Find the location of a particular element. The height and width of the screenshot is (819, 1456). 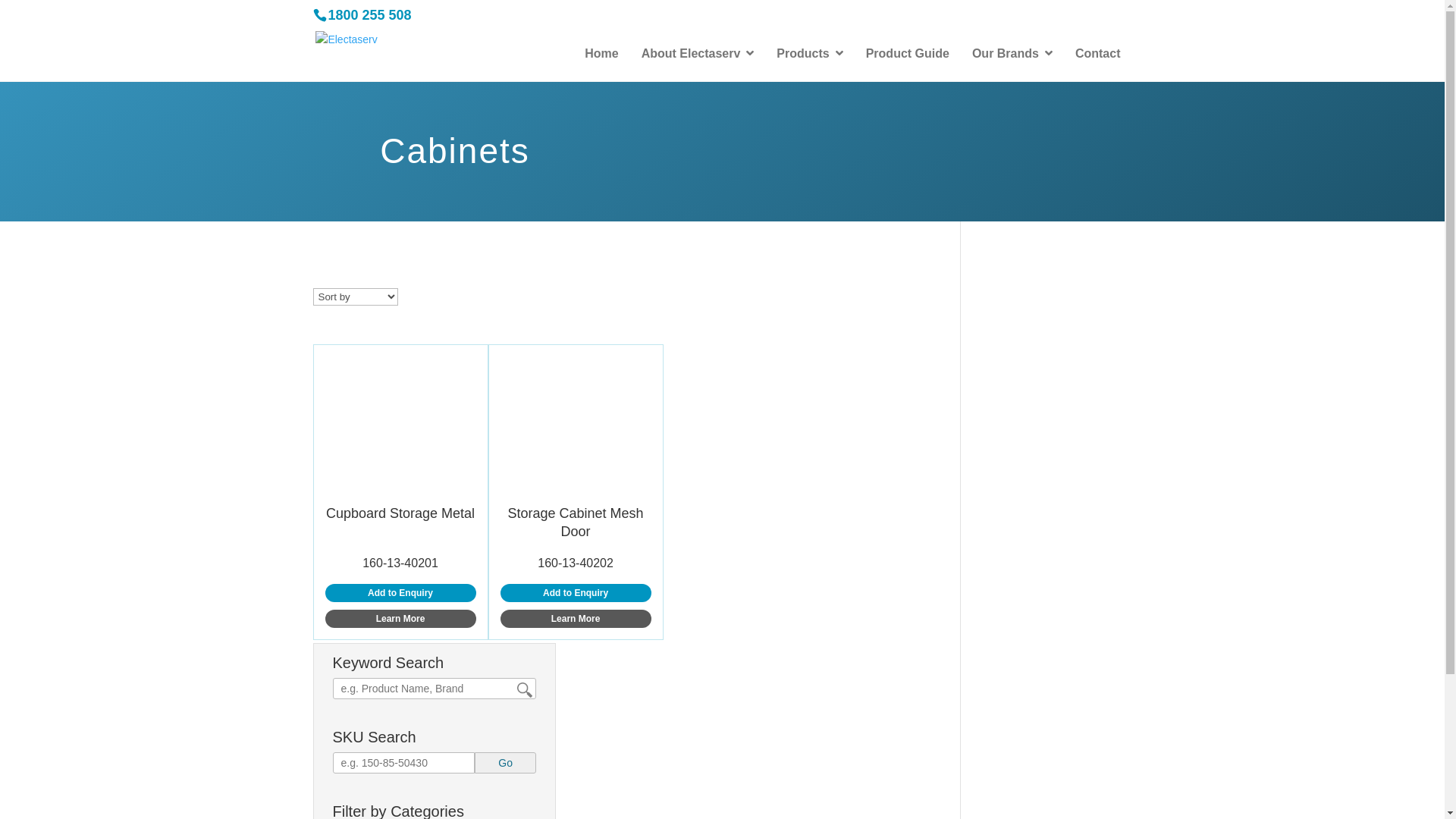

'Our Brands' is located at coordinates (1012, 53).